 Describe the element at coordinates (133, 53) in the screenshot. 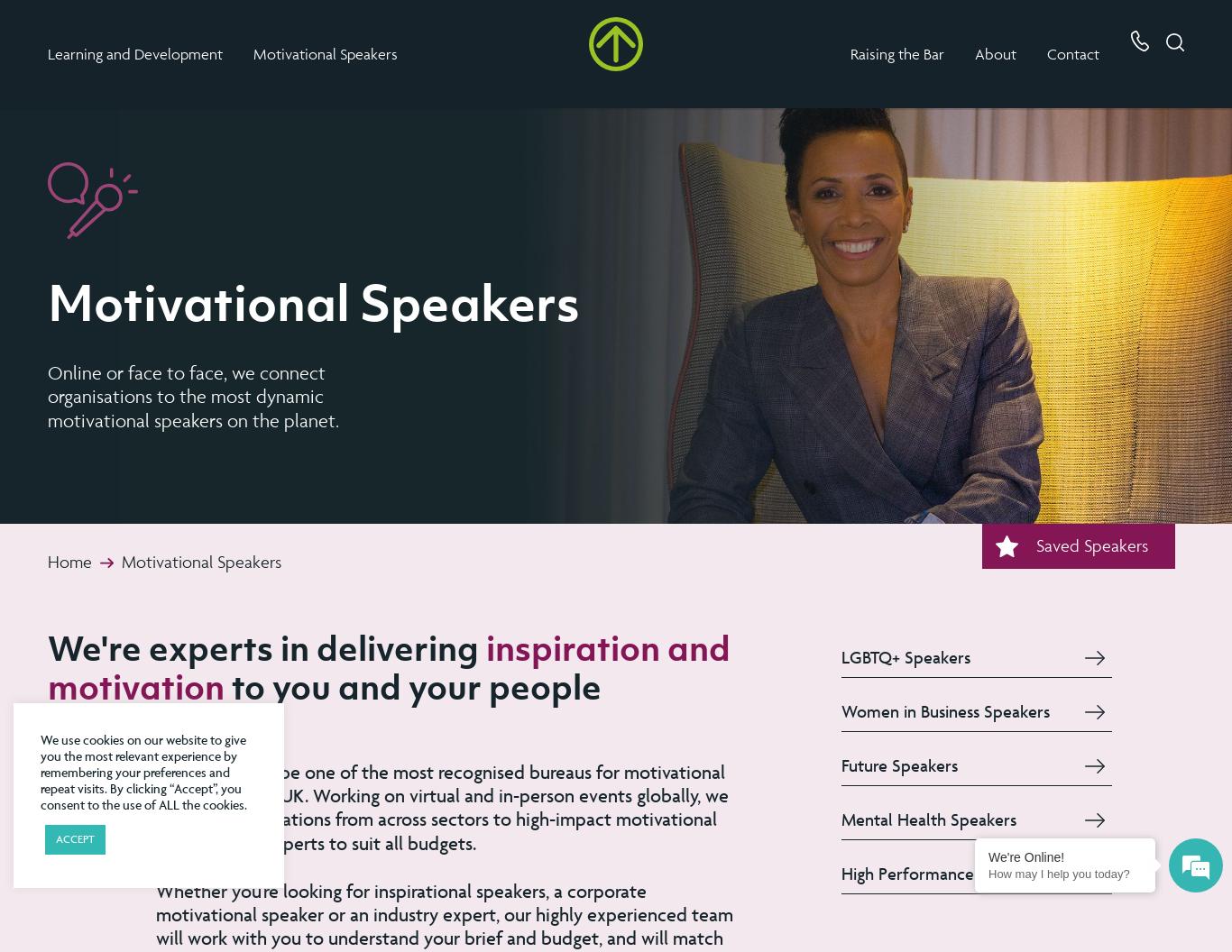

I see `'Learning and Development'` at that location.